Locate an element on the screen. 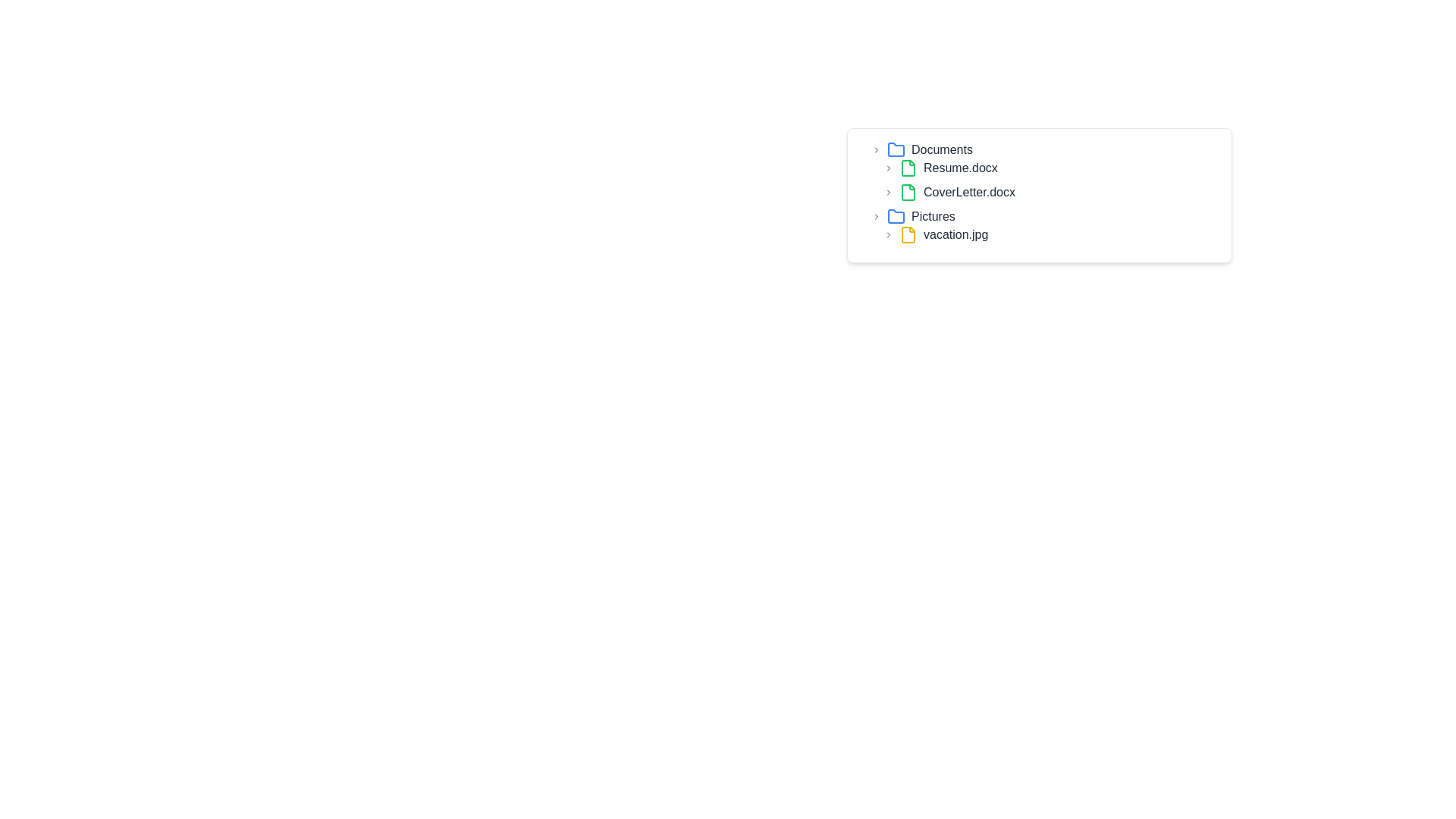  the expandable icon located to the left of the green file icon for 'CoverLetter.docx' is located at coordinates (888, 192).